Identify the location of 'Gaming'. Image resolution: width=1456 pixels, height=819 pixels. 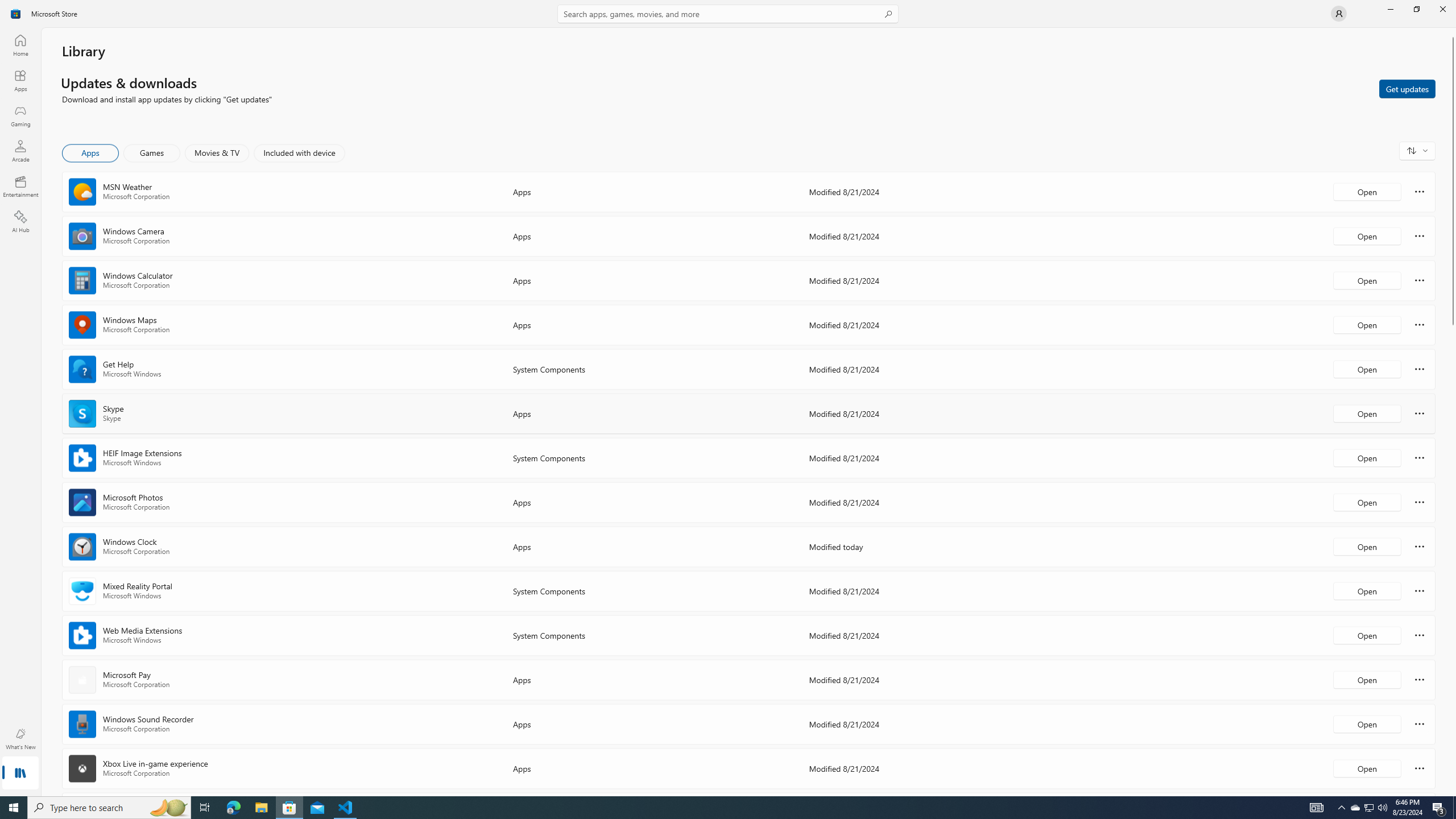
(19, 115).